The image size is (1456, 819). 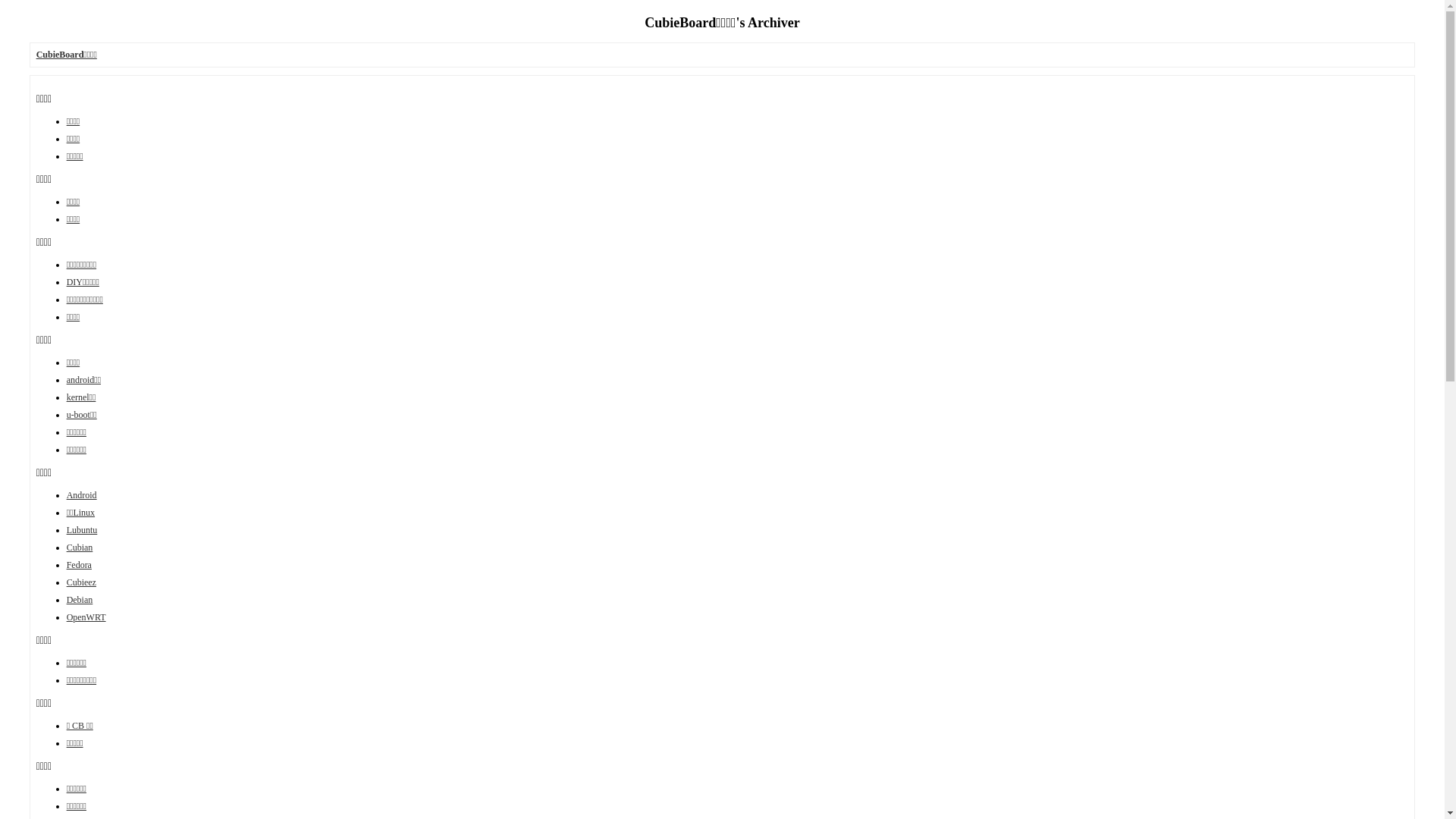 What do you see at coordinates (79, 598) in the screenshot?
I see `'Debian'` at bounding box center [79, 598].